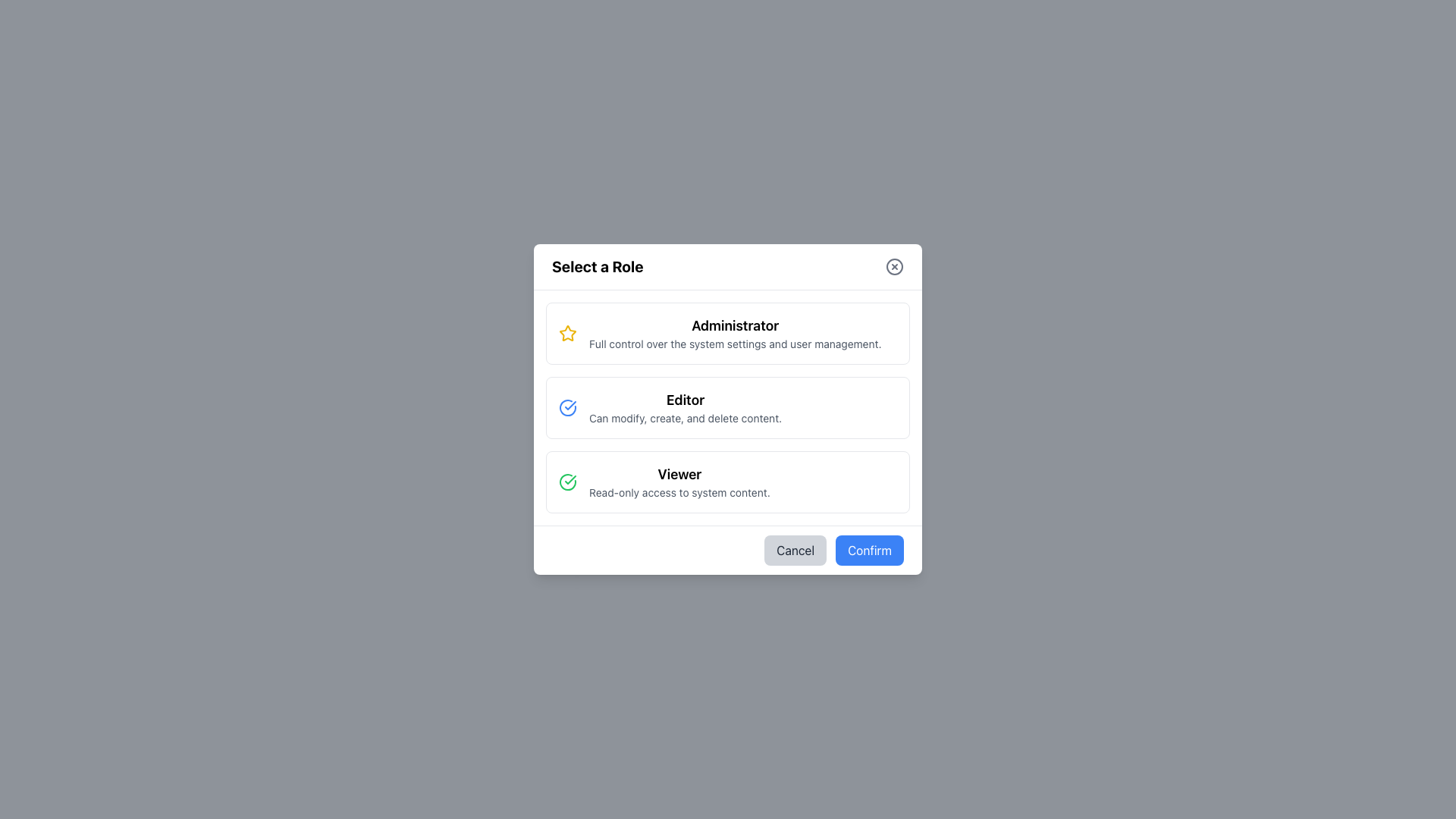 The width and height of the screenshot is (1456, 819). I want to click on the star icon representing the 'Administrator' role option in the list of roles, positioned at the top of the list, so click(566, 332).